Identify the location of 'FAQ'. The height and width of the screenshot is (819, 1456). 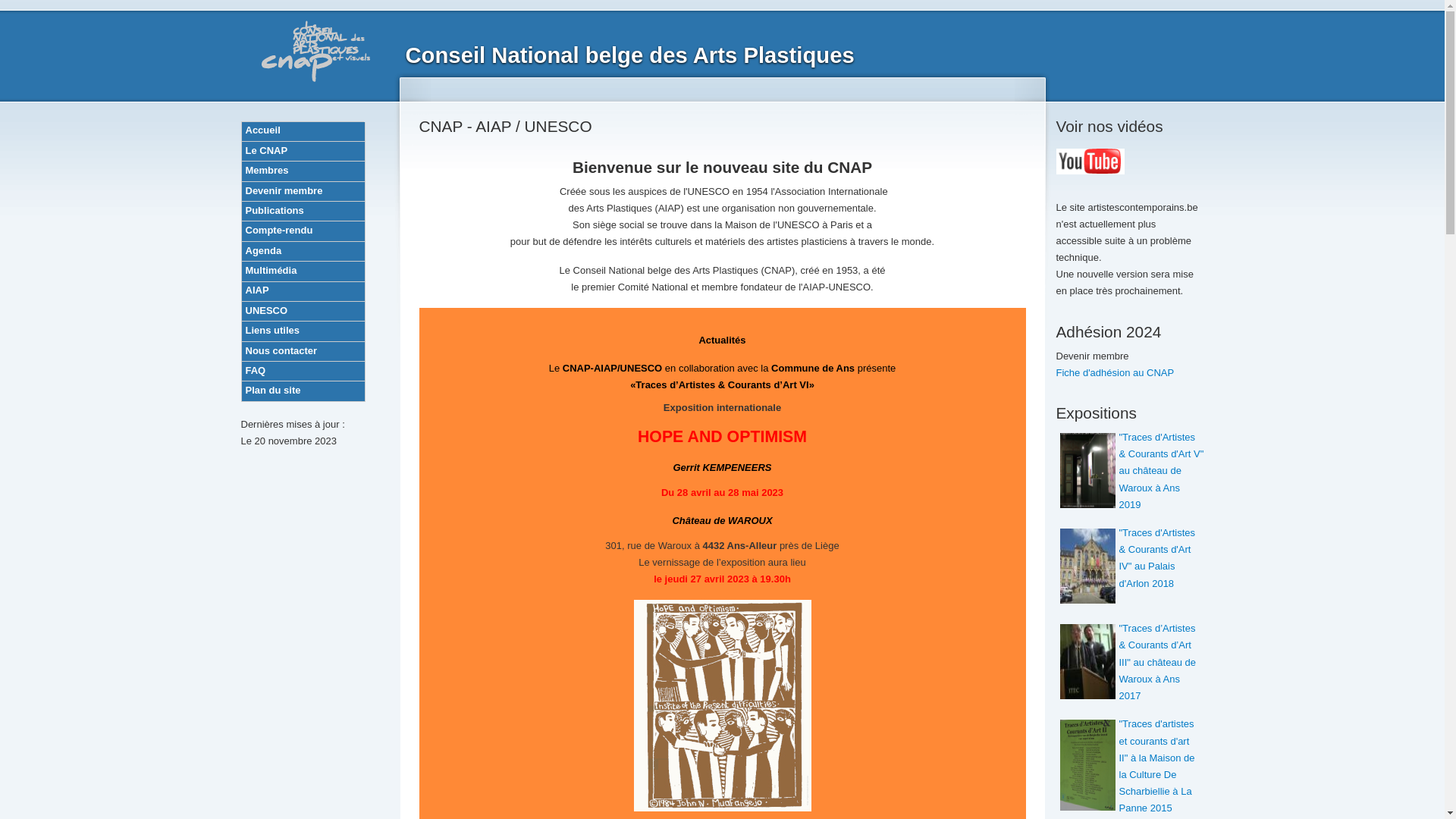
(303, 370).